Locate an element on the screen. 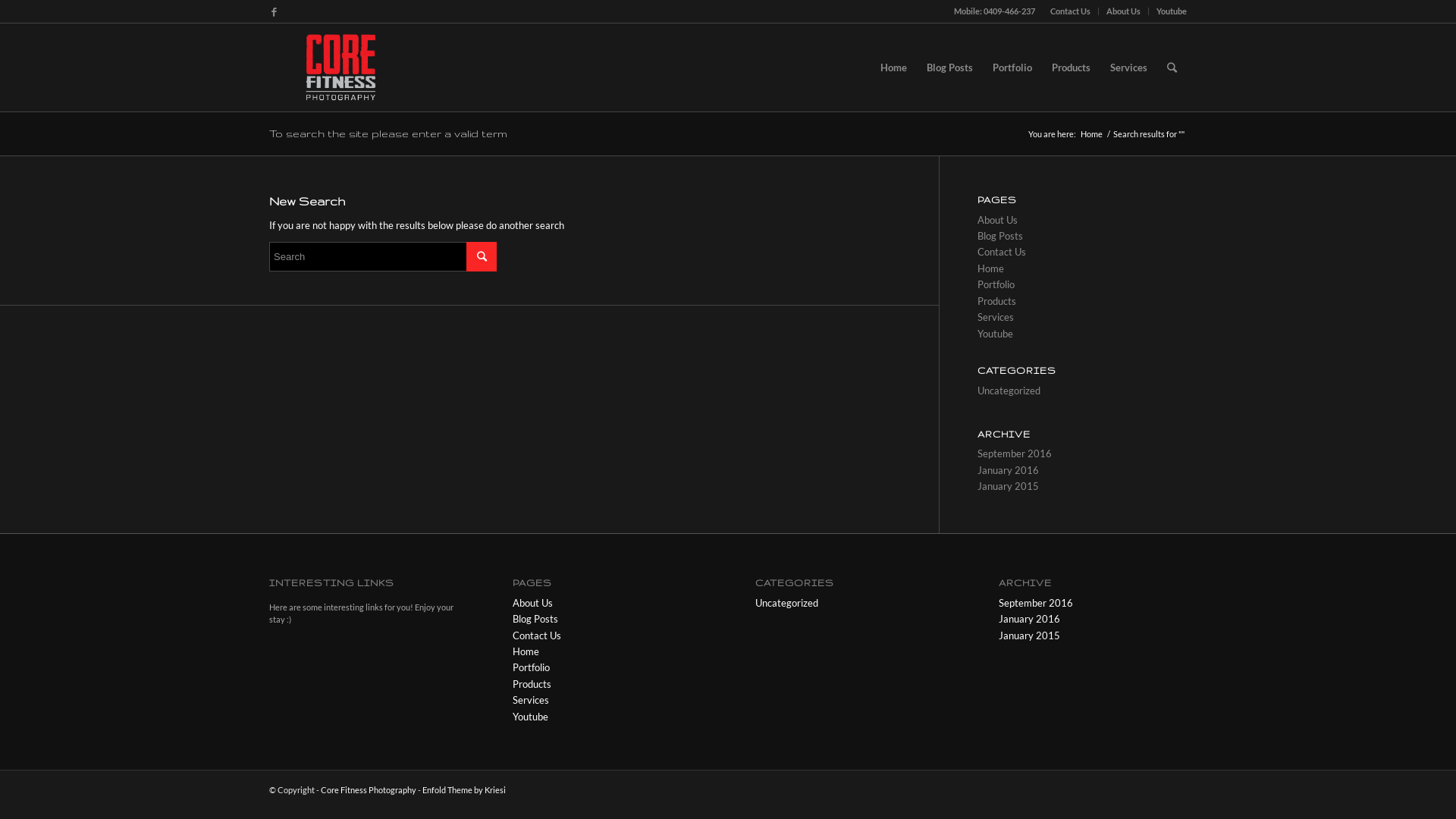 Image resolution: width=1456 pixels, height=819 pixels. 'January 2016' is located at coordinates (977, 469).